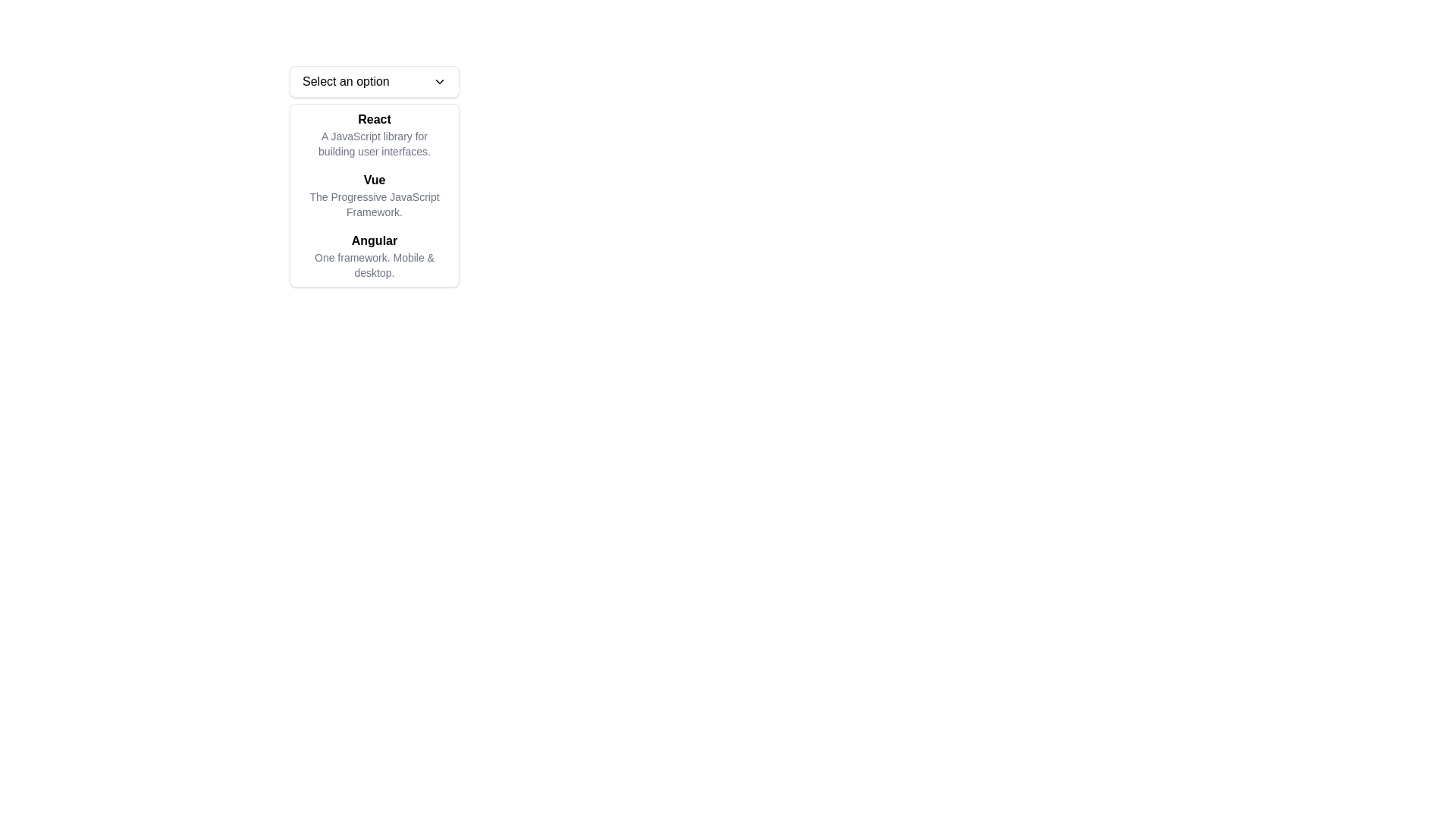  I want to click on the downwards-pointing chevron icon located to the far right of the 'Select an option' label in the dropdown component, so click(439, 82).